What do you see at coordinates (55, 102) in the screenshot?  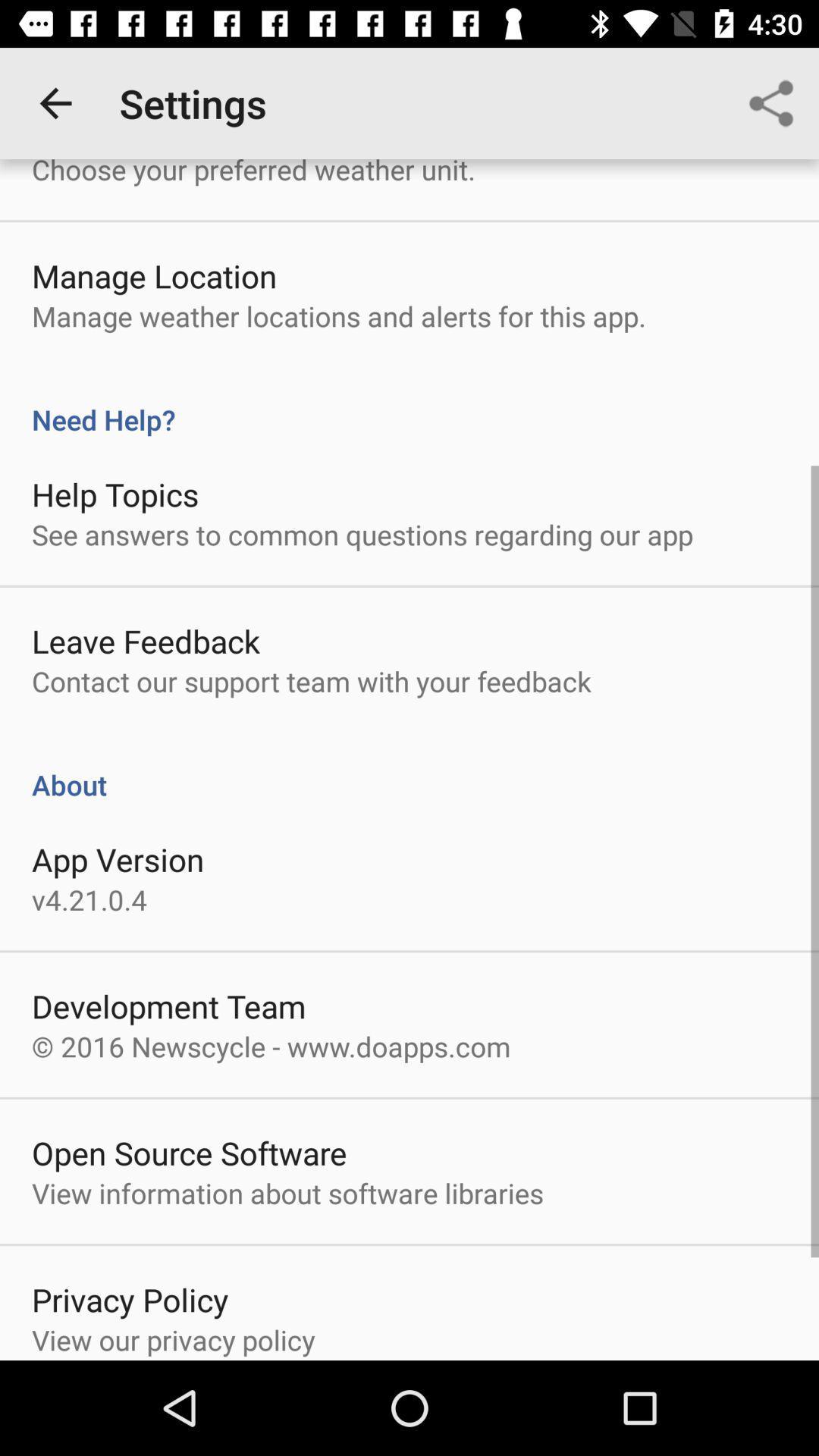 I see `icon next to the settings` at bounding box center [55, 102].